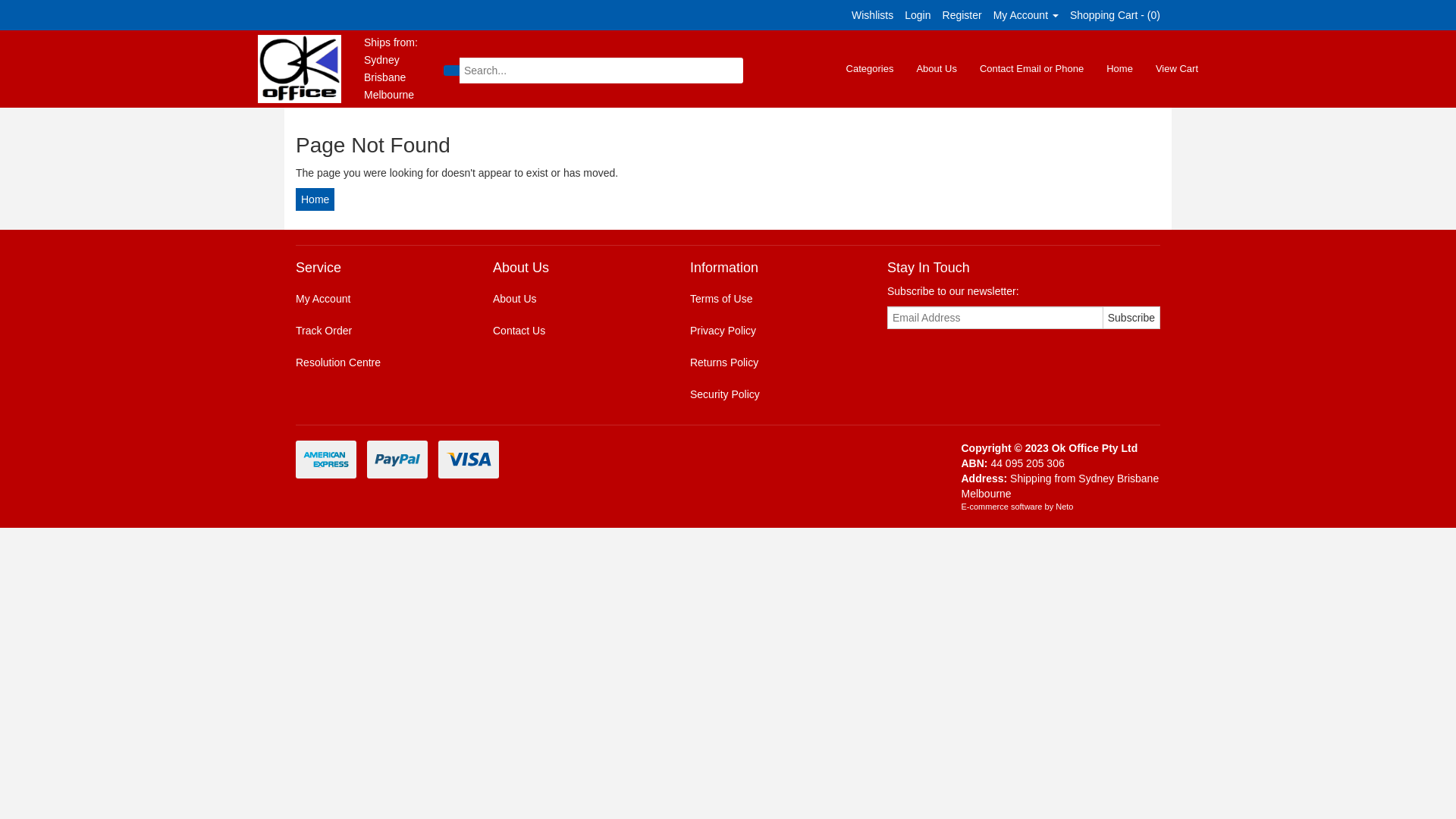 This screenshot has height=819, width=1456. Describe the element at coordinates (1026, 14) in the screenshot. I see `'My Account'` at that location.